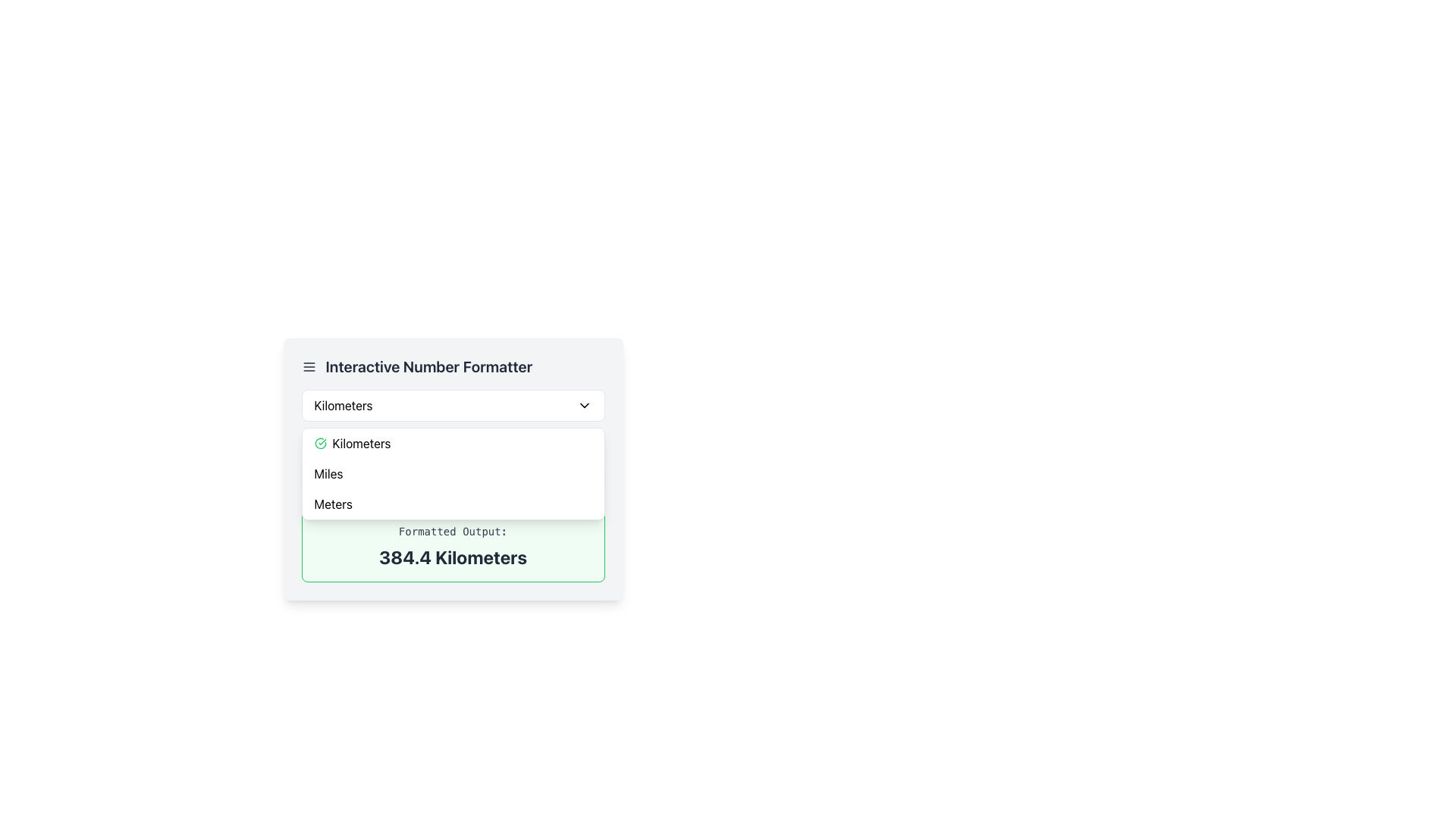  I want to click on the dropdown menu option labeled 'Miles', which is the second choice in the dropdown sequence, so click(452, 472).